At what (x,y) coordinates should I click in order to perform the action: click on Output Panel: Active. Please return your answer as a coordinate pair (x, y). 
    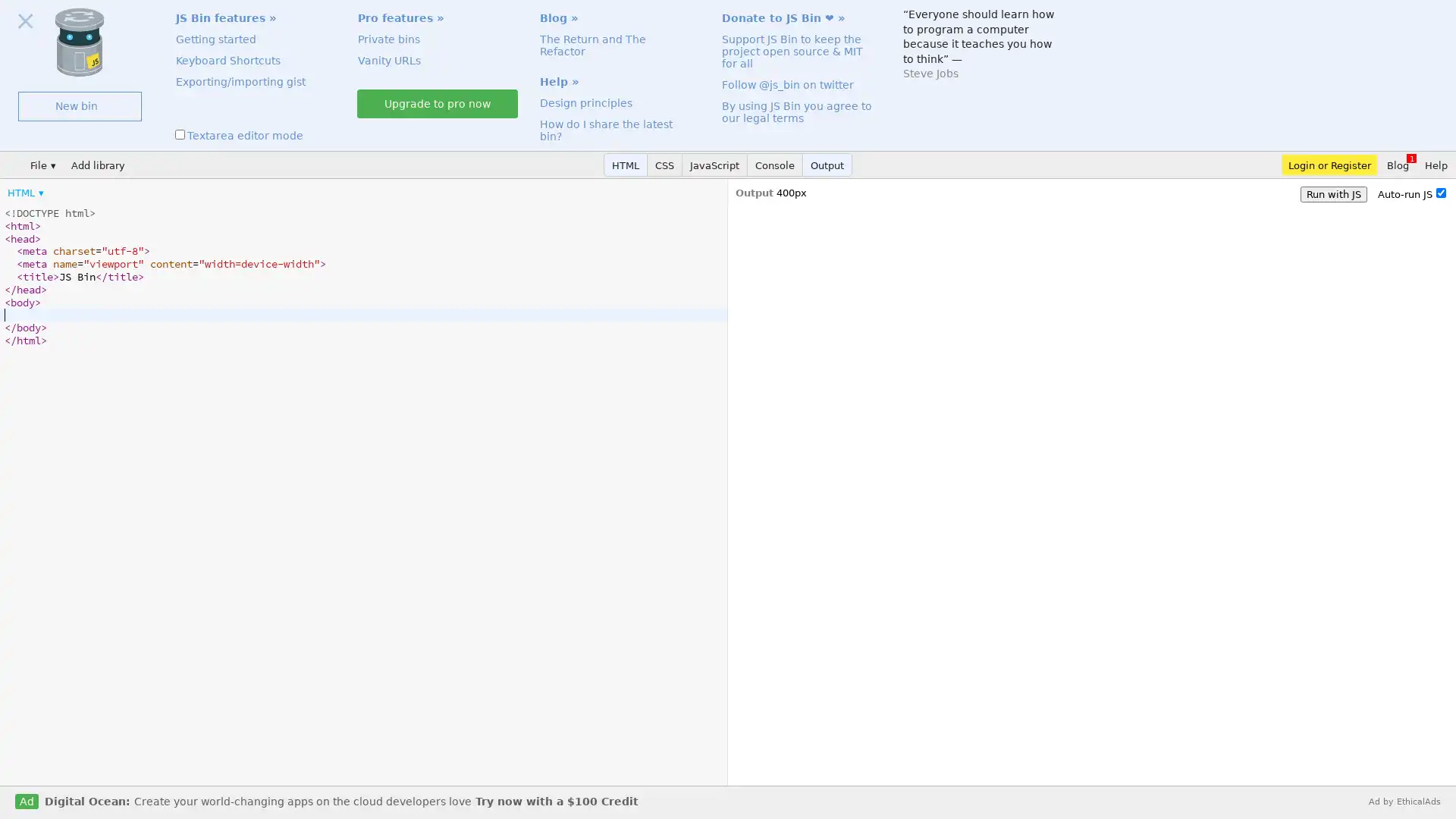
    Looking at the image, I should click on (827, 165).